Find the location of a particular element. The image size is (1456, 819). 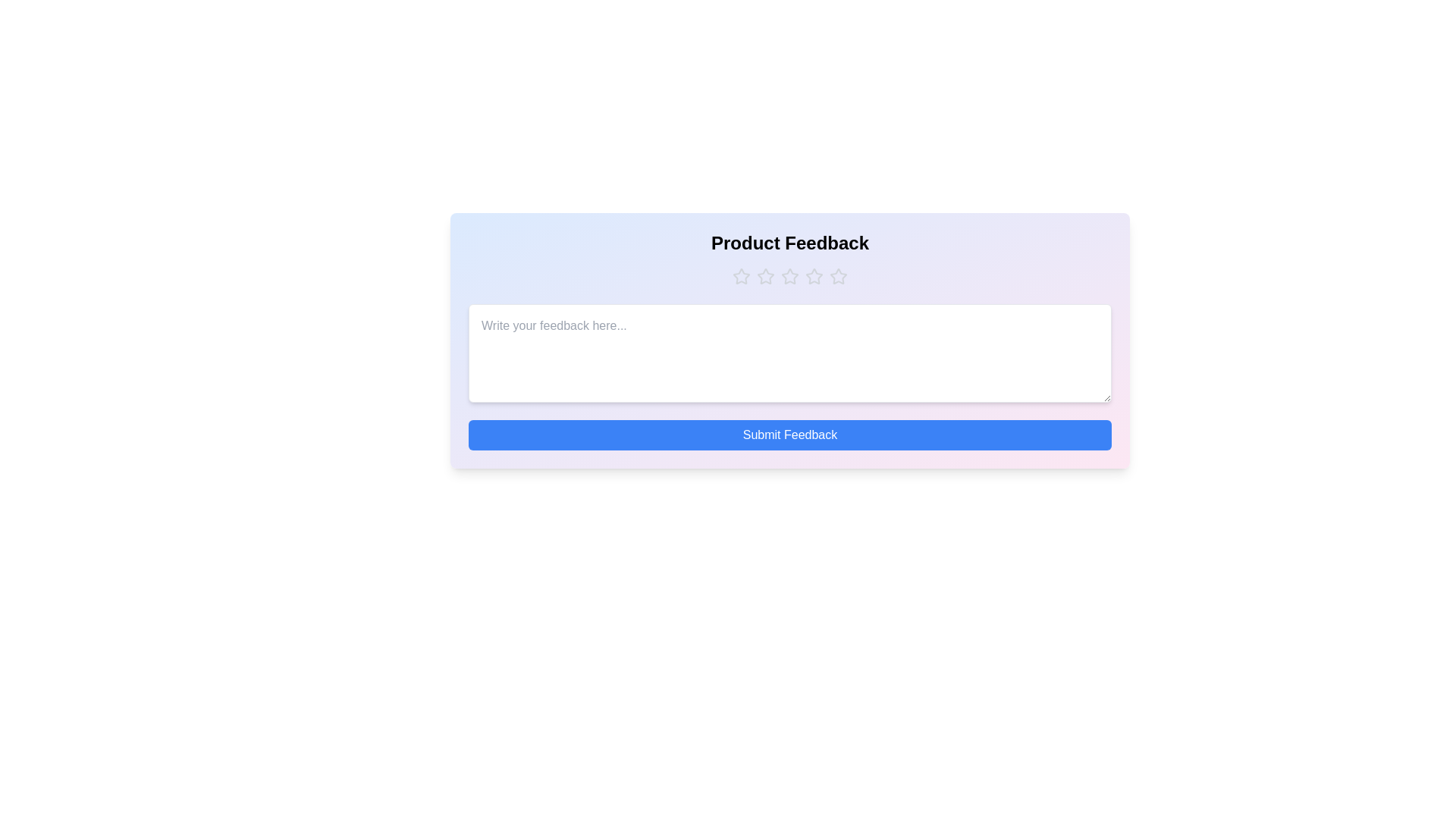

the rating to 2 stars by clicking on the corresponding star is located at coordinates (765, 277).